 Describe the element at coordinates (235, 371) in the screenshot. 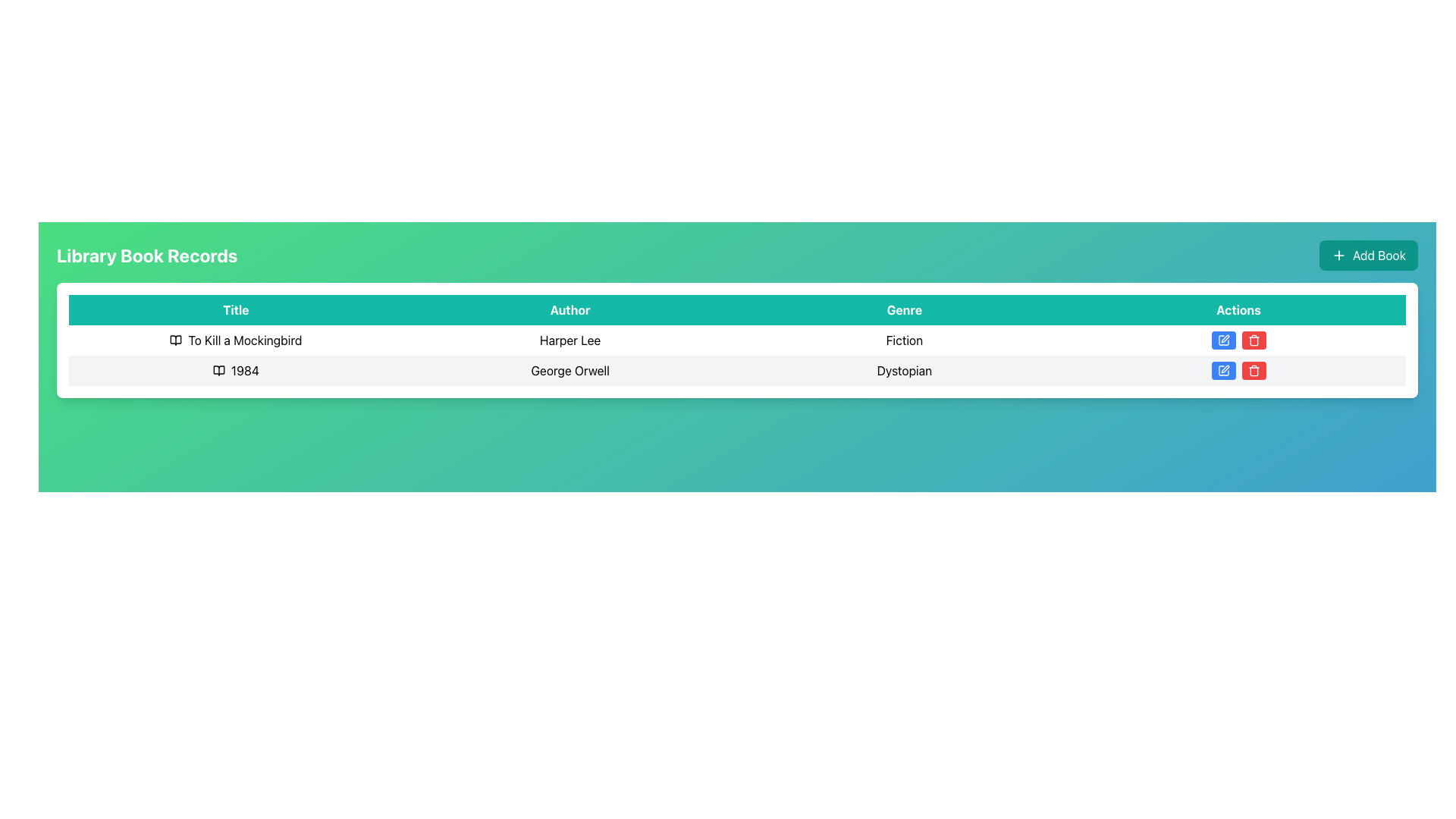

I see `the text label indicating the title of the book '1984' located in the second row of the table under the 'Title' column to interact with associated components` at that location.